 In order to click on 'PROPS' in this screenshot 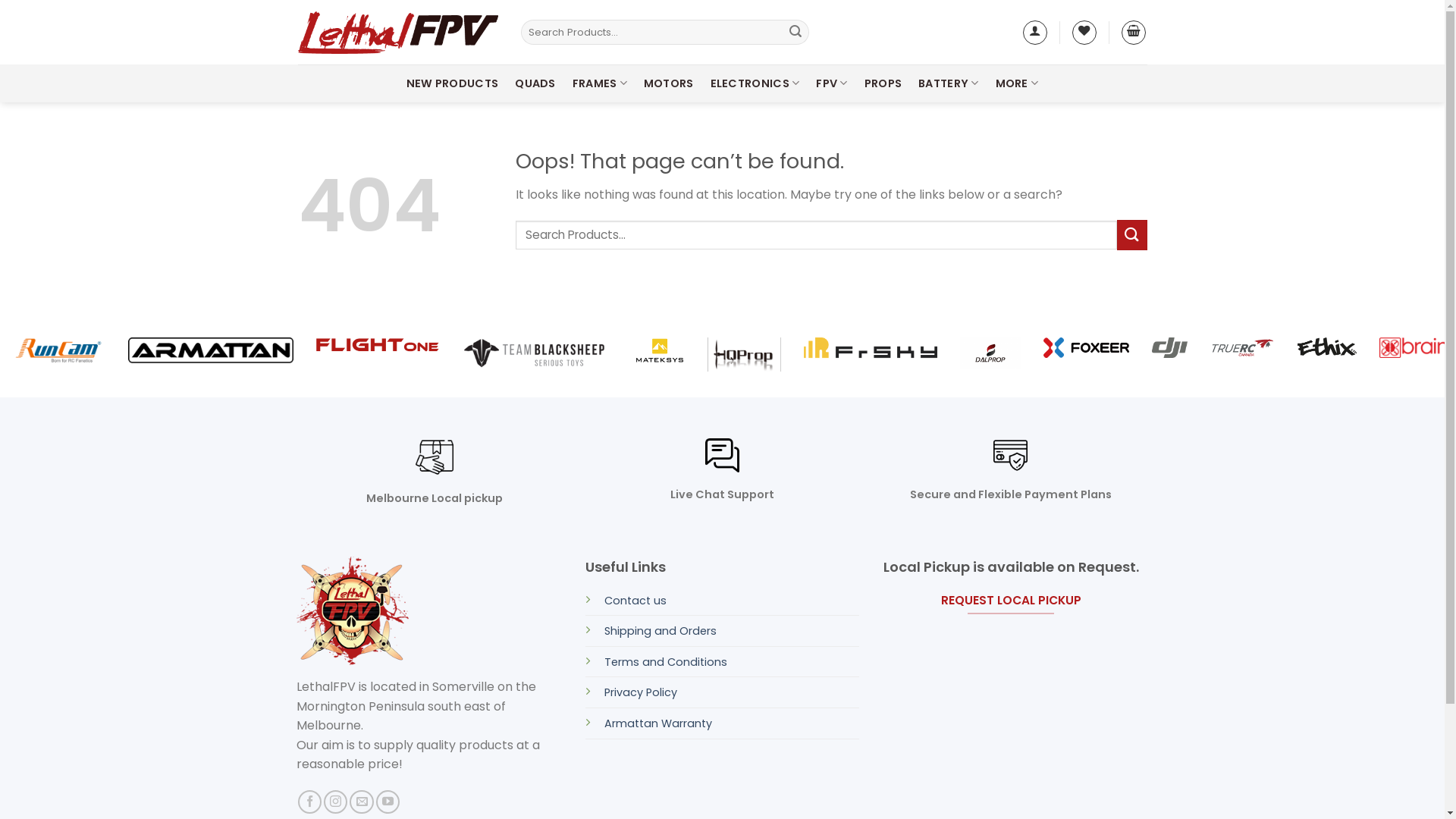, I will do `click(864, 83)`.